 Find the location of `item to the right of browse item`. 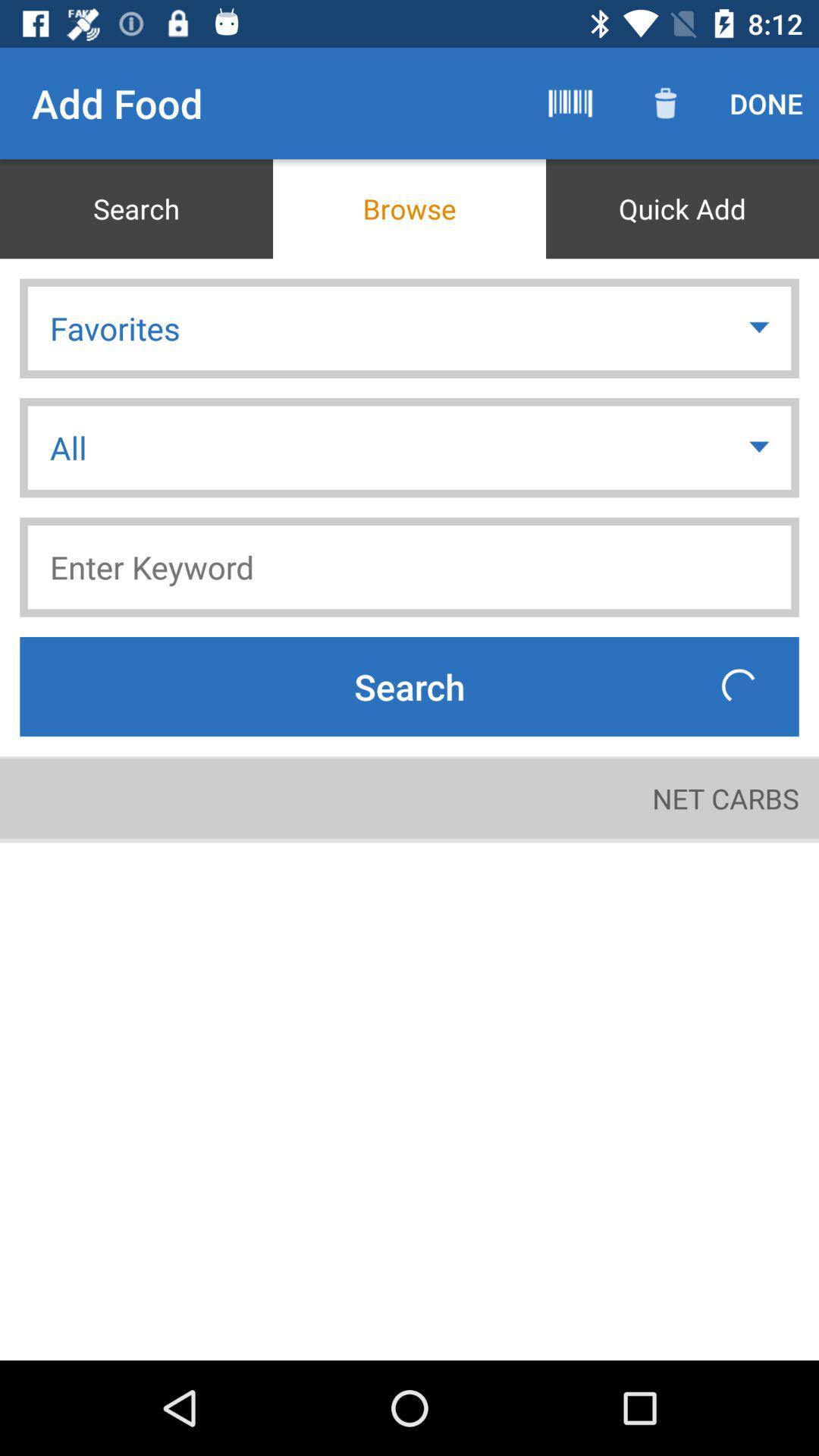

item to the right of browse item is located at coordinates (681, 208).